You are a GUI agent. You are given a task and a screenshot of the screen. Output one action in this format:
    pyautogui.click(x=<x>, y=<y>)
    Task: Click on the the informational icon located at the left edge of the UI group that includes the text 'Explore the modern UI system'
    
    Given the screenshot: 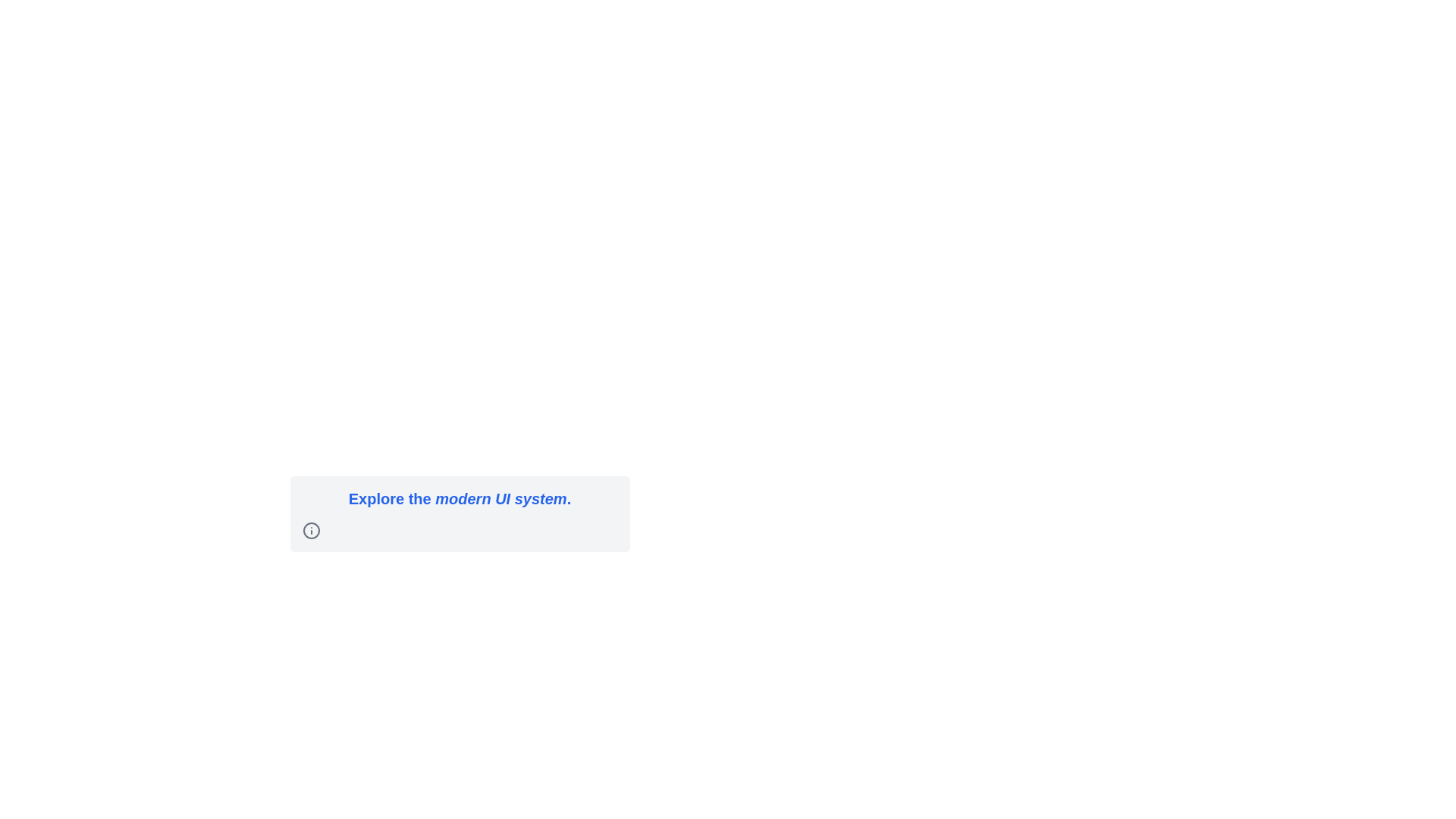 What is the action you would take?
    pyautogui.click(x=310, y=529)
    